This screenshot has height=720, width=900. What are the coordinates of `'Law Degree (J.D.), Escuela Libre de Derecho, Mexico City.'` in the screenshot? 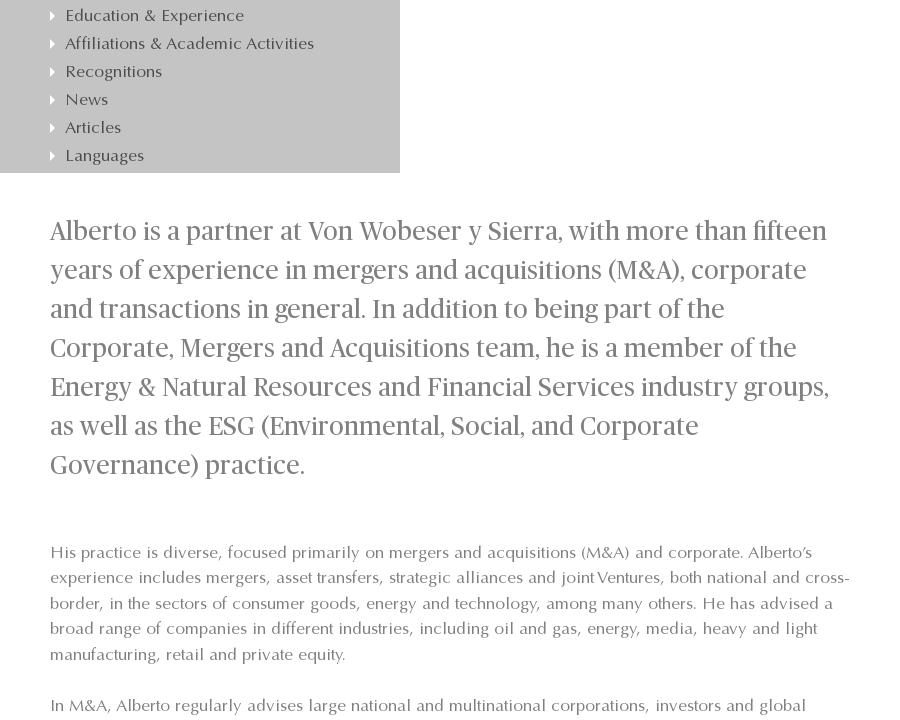 It's located at (81, 335).